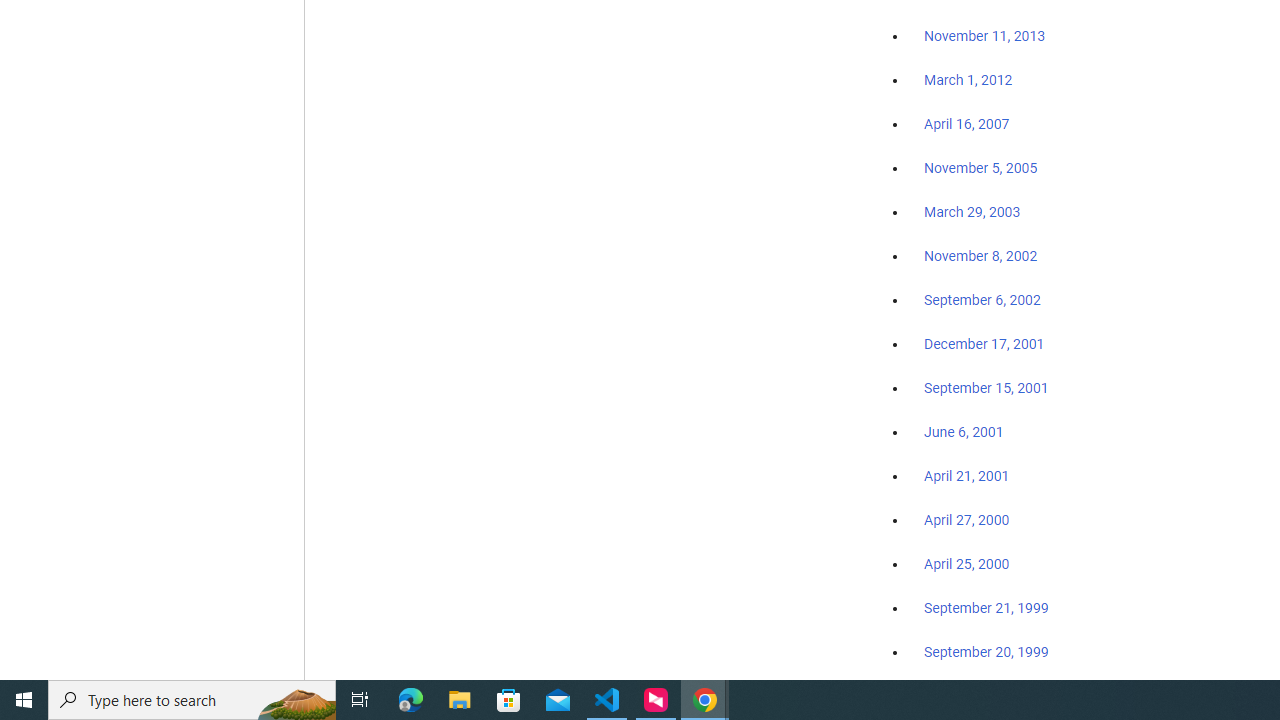 This screenshot has width=1280, height=720. What do you see at coordinates (968, 80) in the screenshot?
I see `'March 1, 2012'` at bounding box center [968, 80].